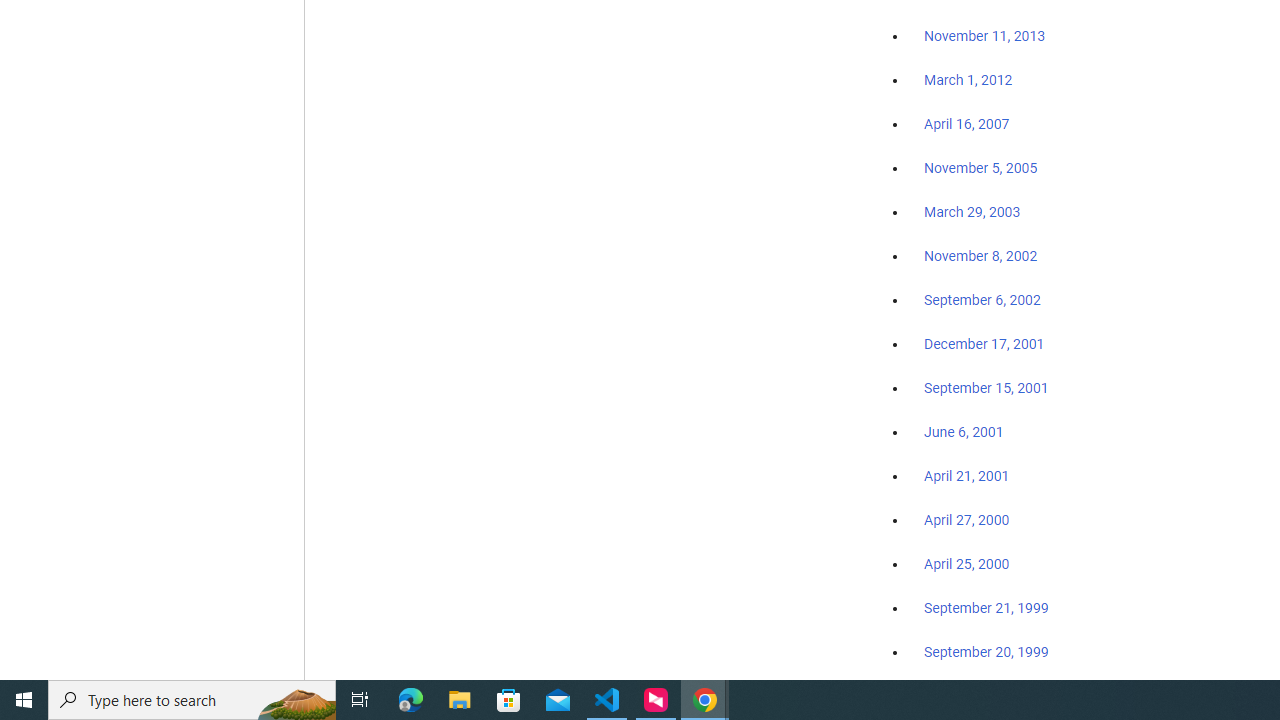 This screenshot has width=1280, height=720. What do you see at coordinates (968, 80) in the screenshot?
I see `'March 1, 2012'` at bounding box center [968, 80].